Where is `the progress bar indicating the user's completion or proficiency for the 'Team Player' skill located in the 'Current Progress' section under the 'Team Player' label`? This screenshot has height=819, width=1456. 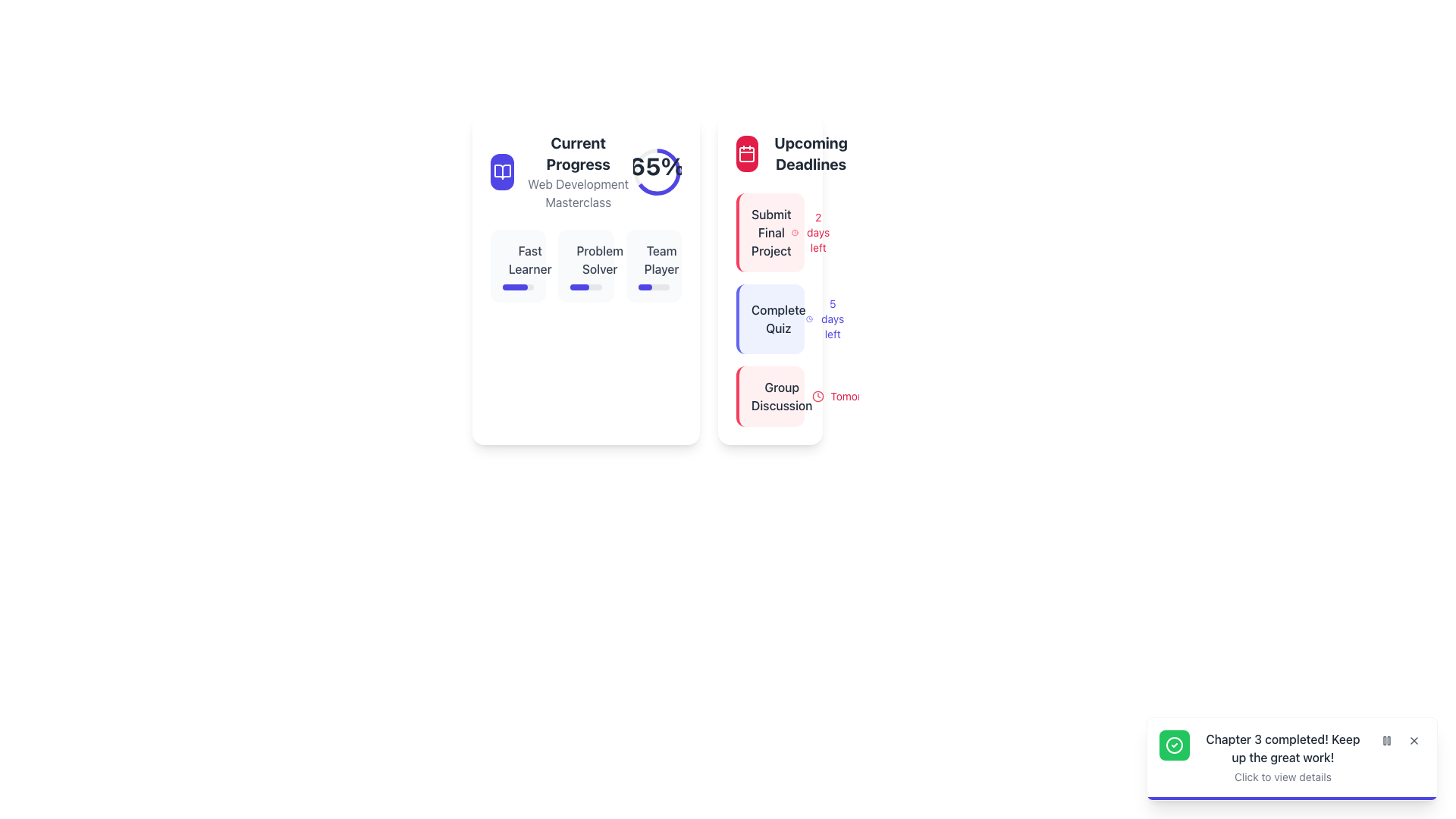 the progress bar indicating the user's completion or proficiency for the 'Team Player' skill located in the 'Current Progress' section under the 'Team Player' label is located at coordinates (645, 287).